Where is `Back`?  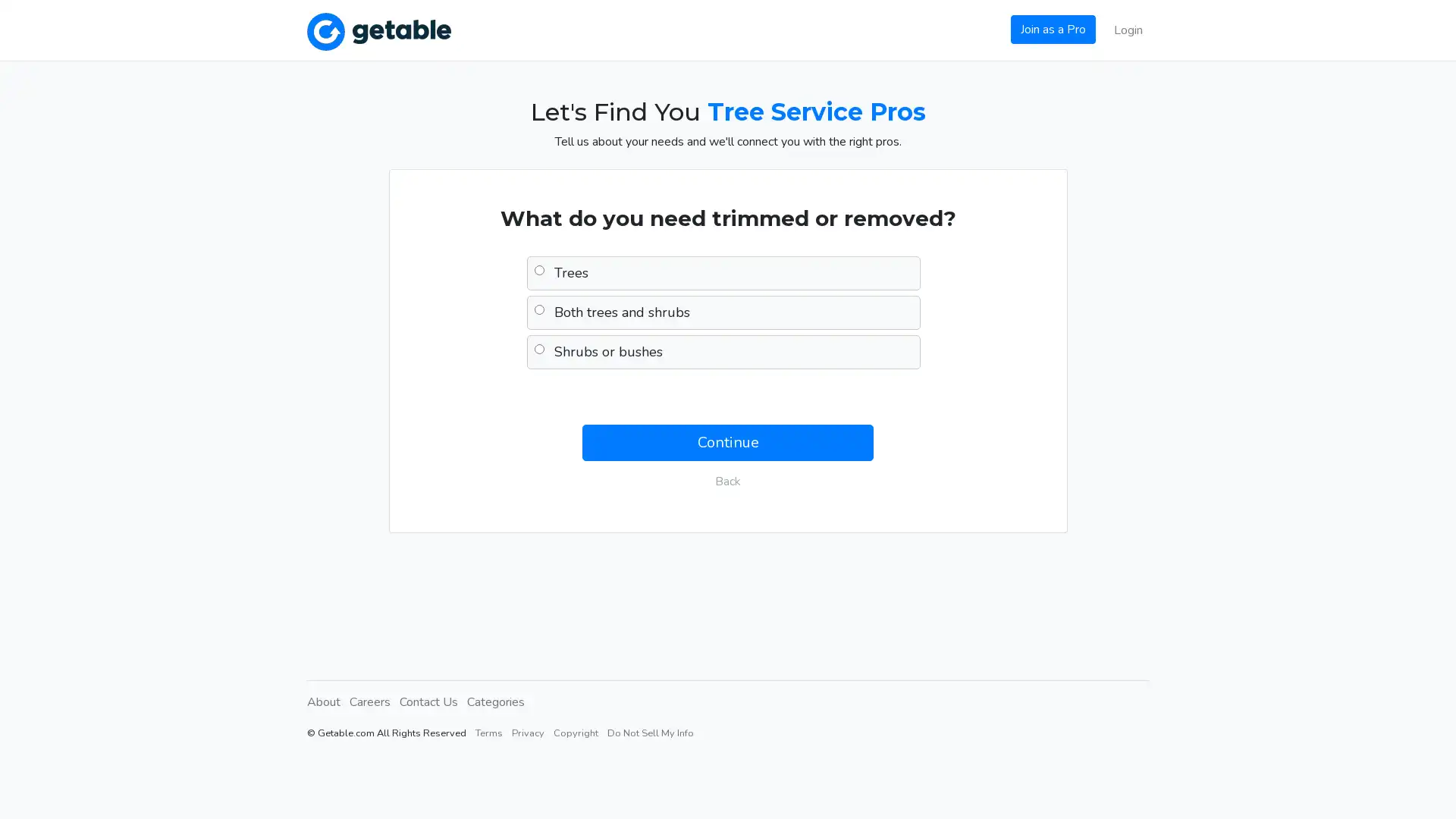 Back is located at coordinates (726, 482).